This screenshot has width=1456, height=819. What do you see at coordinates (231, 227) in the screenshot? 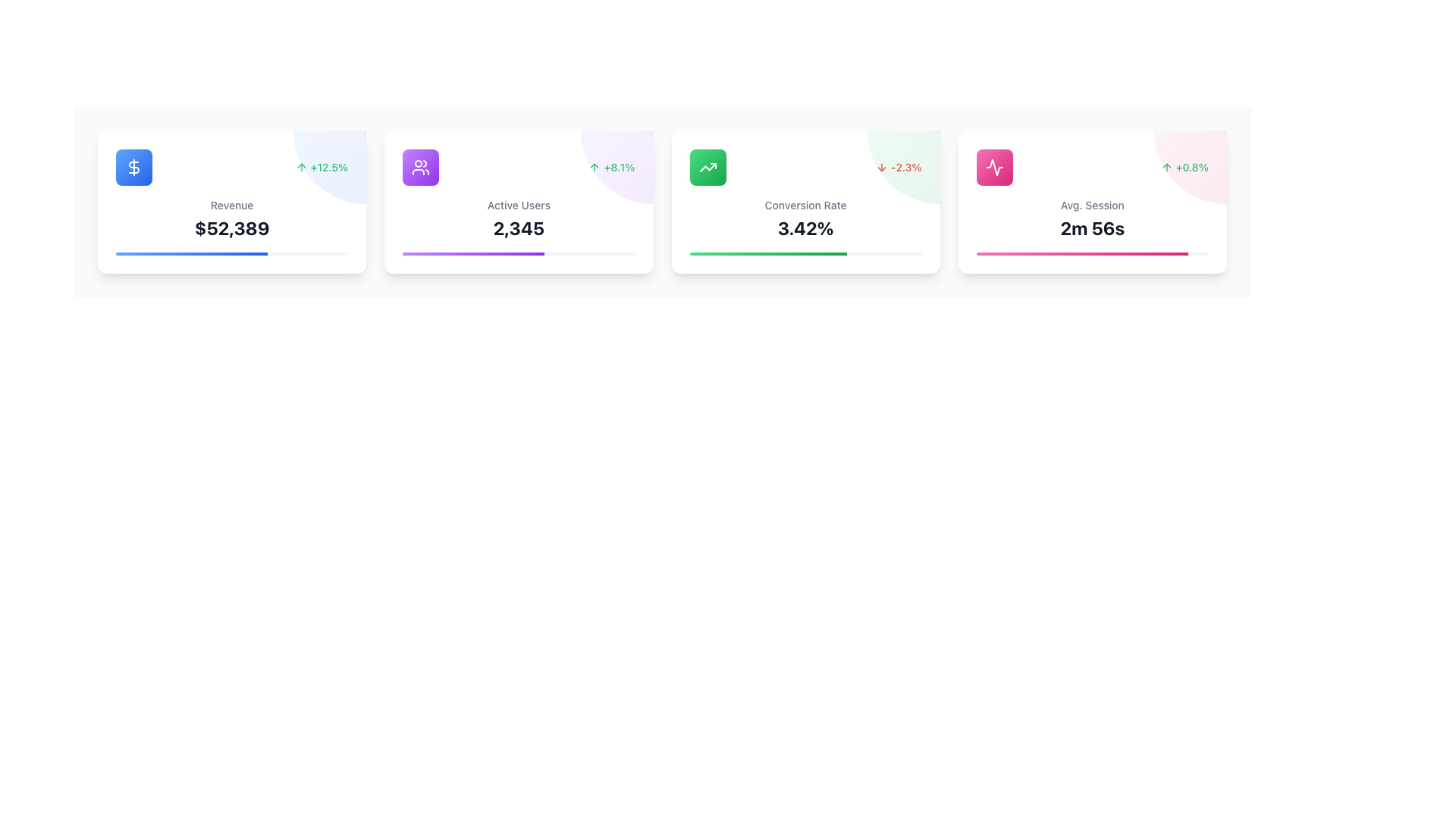
I see `the text label displaying '$52,389', which is bold and dark gray, located below the 'Revenue' label and above a progress bar` at bounding box center [231, 227].